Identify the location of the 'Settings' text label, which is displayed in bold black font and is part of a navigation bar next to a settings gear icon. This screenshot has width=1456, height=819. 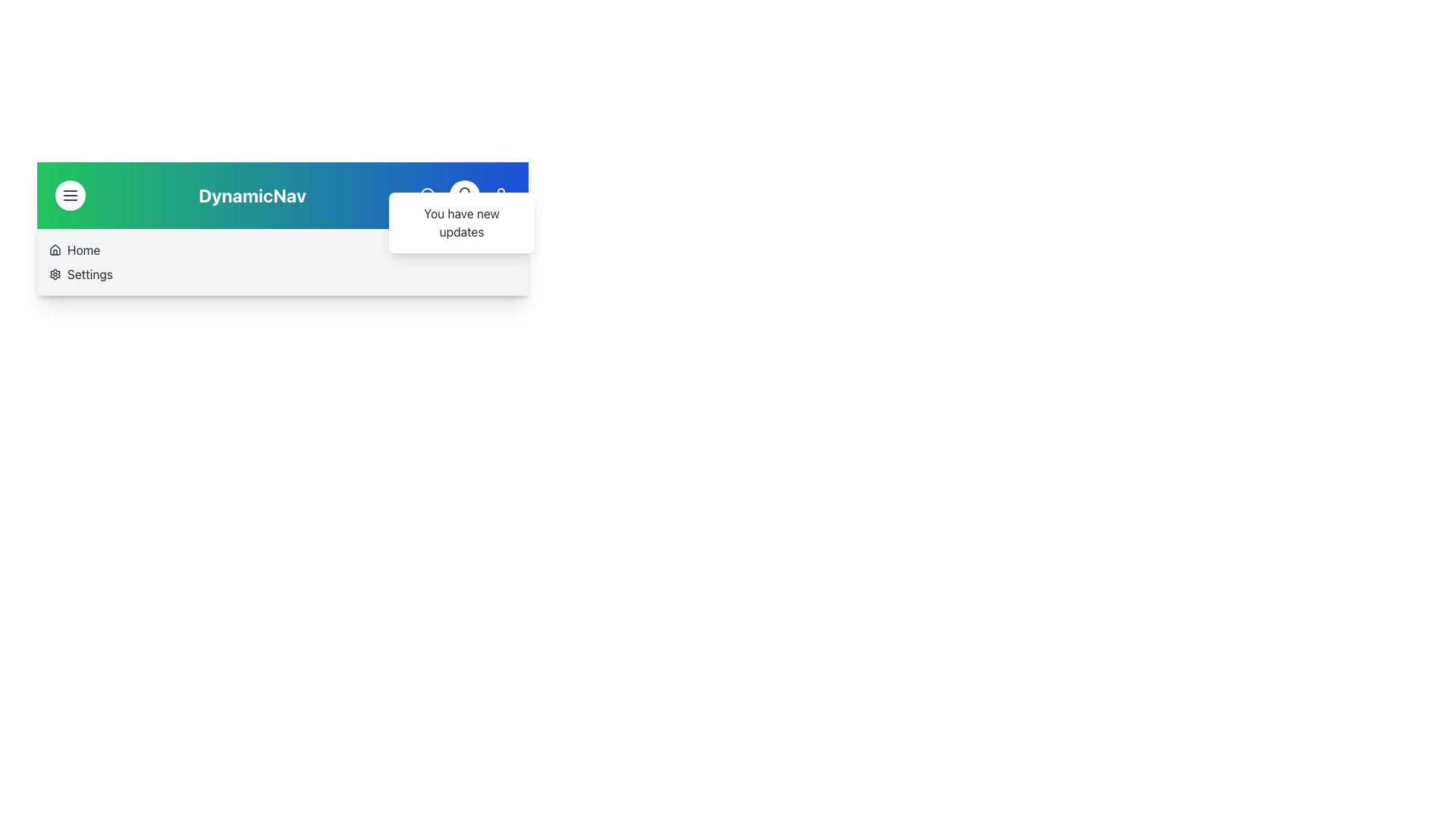
(89, 275).